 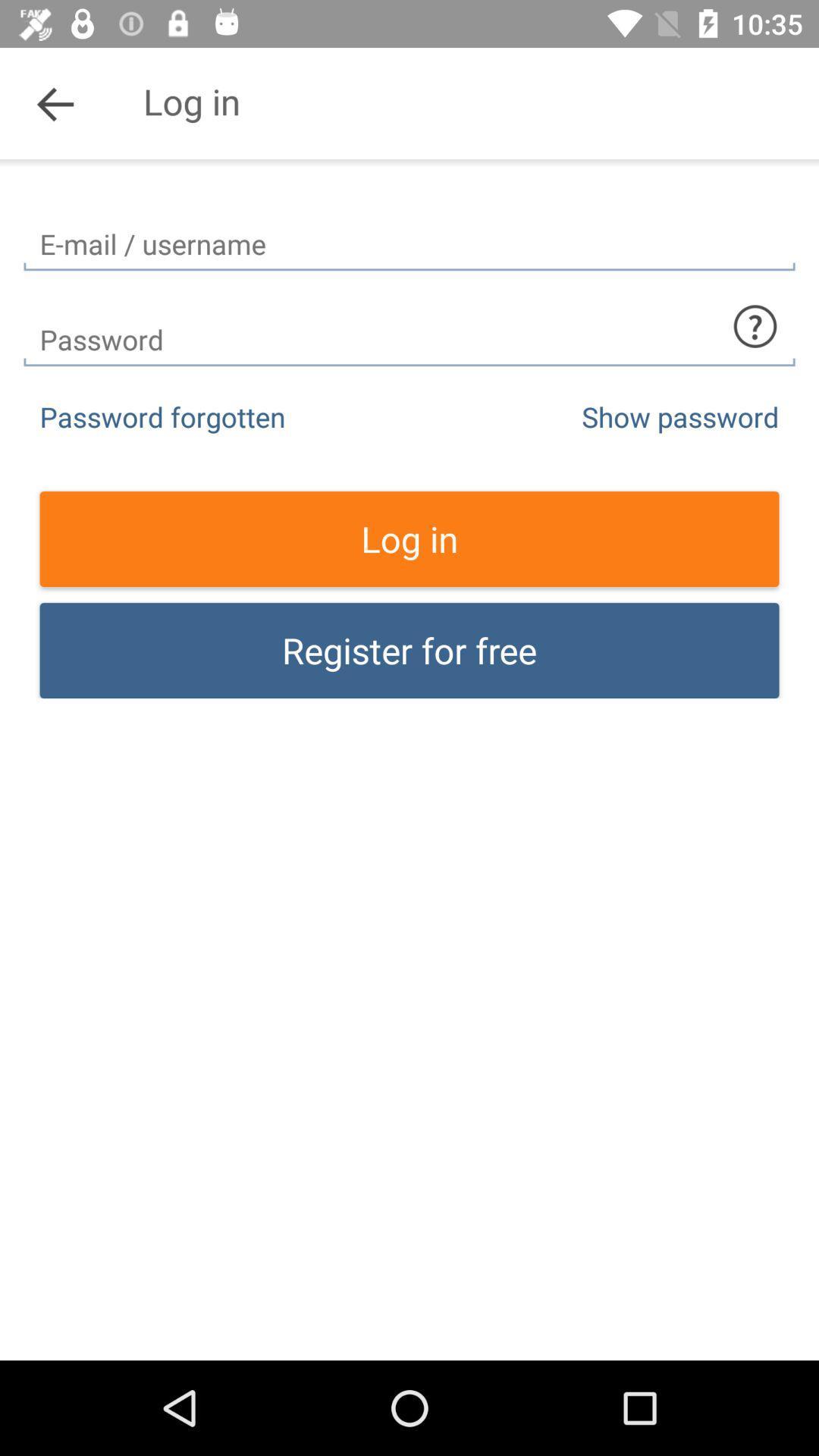 I want to click on your password, so click(x=409, y=325).